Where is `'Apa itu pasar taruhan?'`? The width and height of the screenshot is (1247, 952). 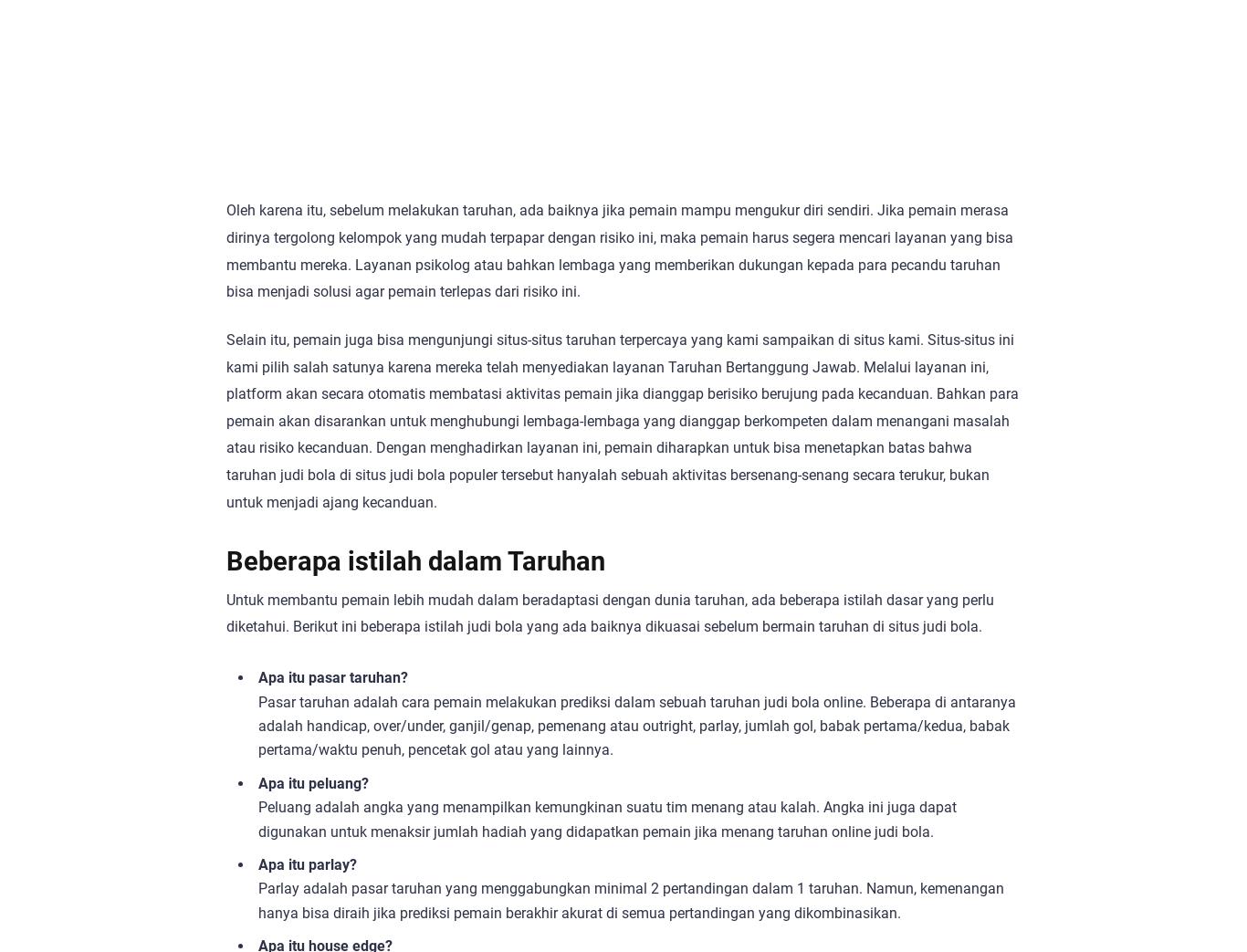 'Apa itu pasar taruhan?' is located at coordinates (331, 677).